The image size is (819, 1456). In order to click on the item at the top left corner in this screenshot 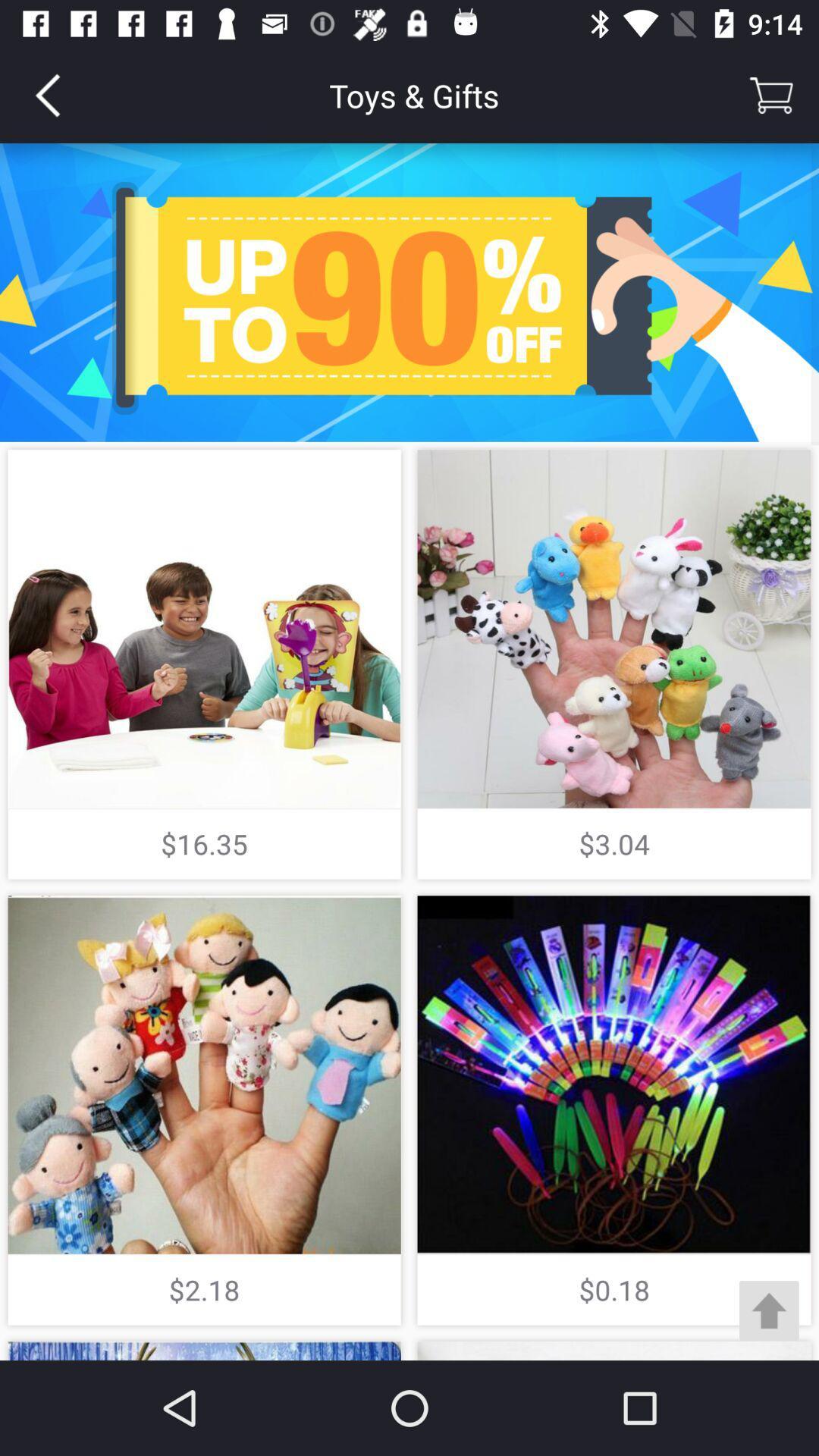, I will do `click(46, 94)`.